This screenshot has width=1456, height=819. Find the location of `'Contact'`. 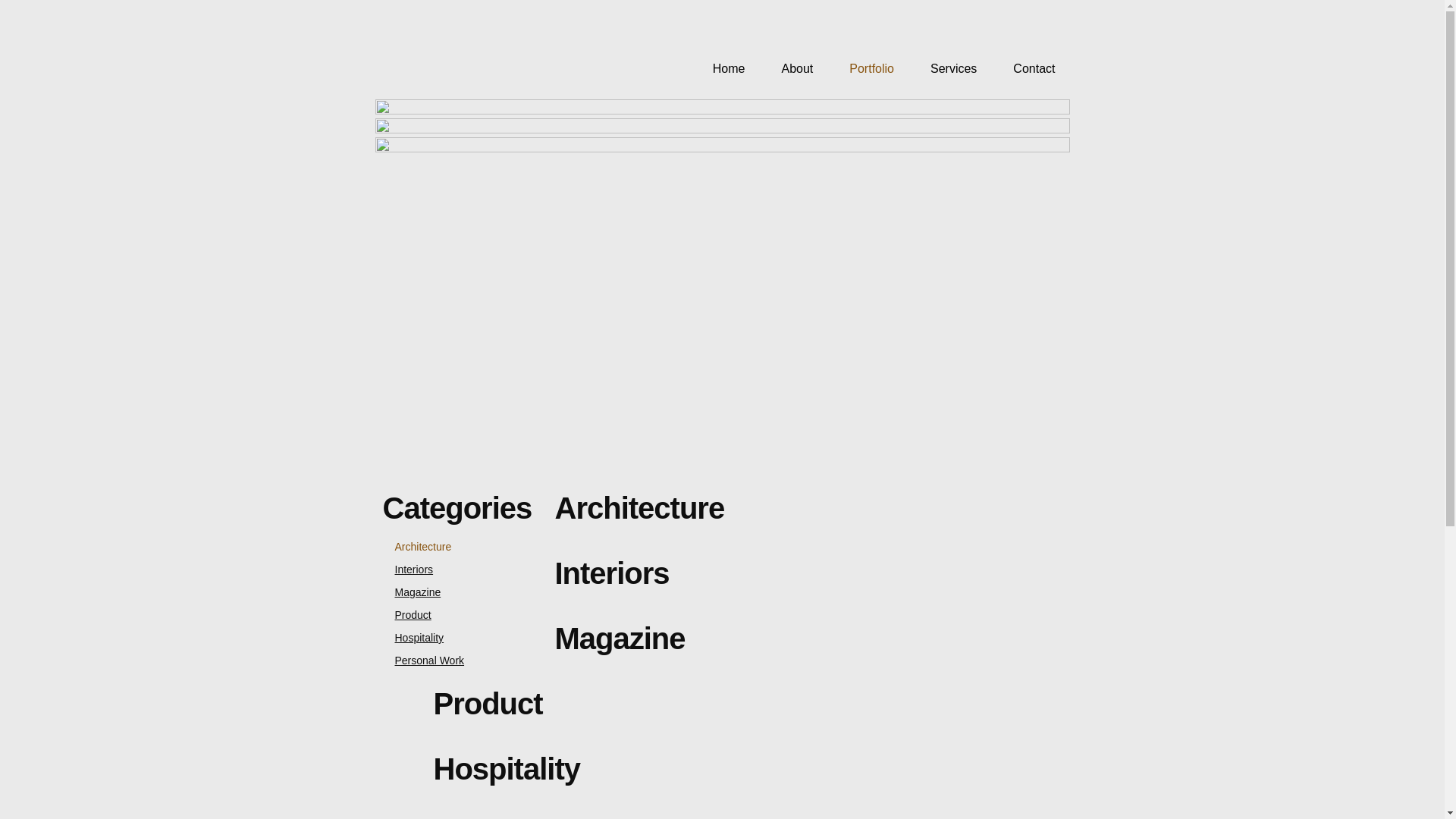

'Contact' is located at coordinates (1026, 69).